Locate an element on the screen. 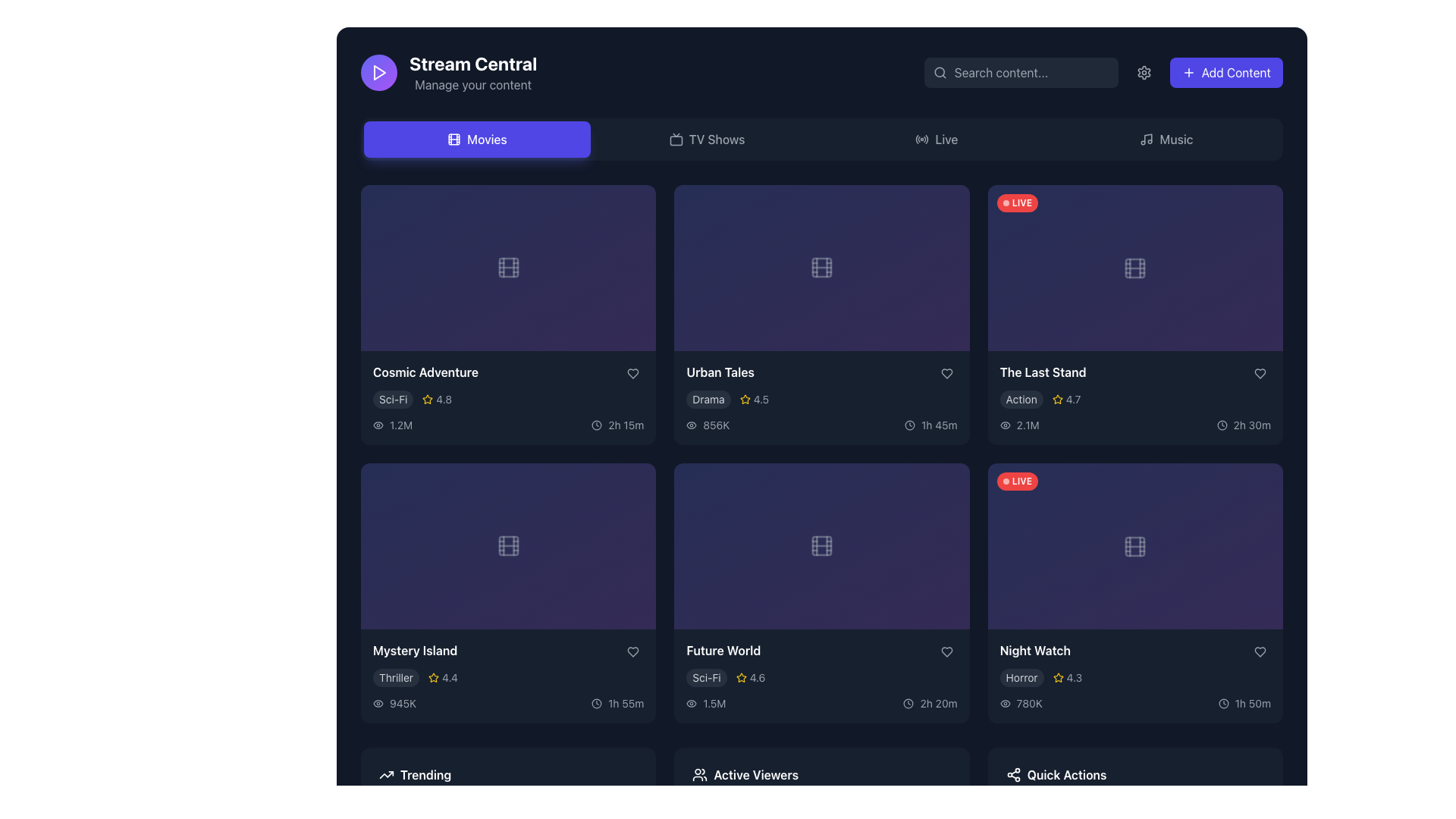 The height and width of the screenshot is (819, 1456). view count text ('945K') displayed on the Text label associated with the eye icon for the 'Mystery Island' content block is located at coordinates (394, 703).